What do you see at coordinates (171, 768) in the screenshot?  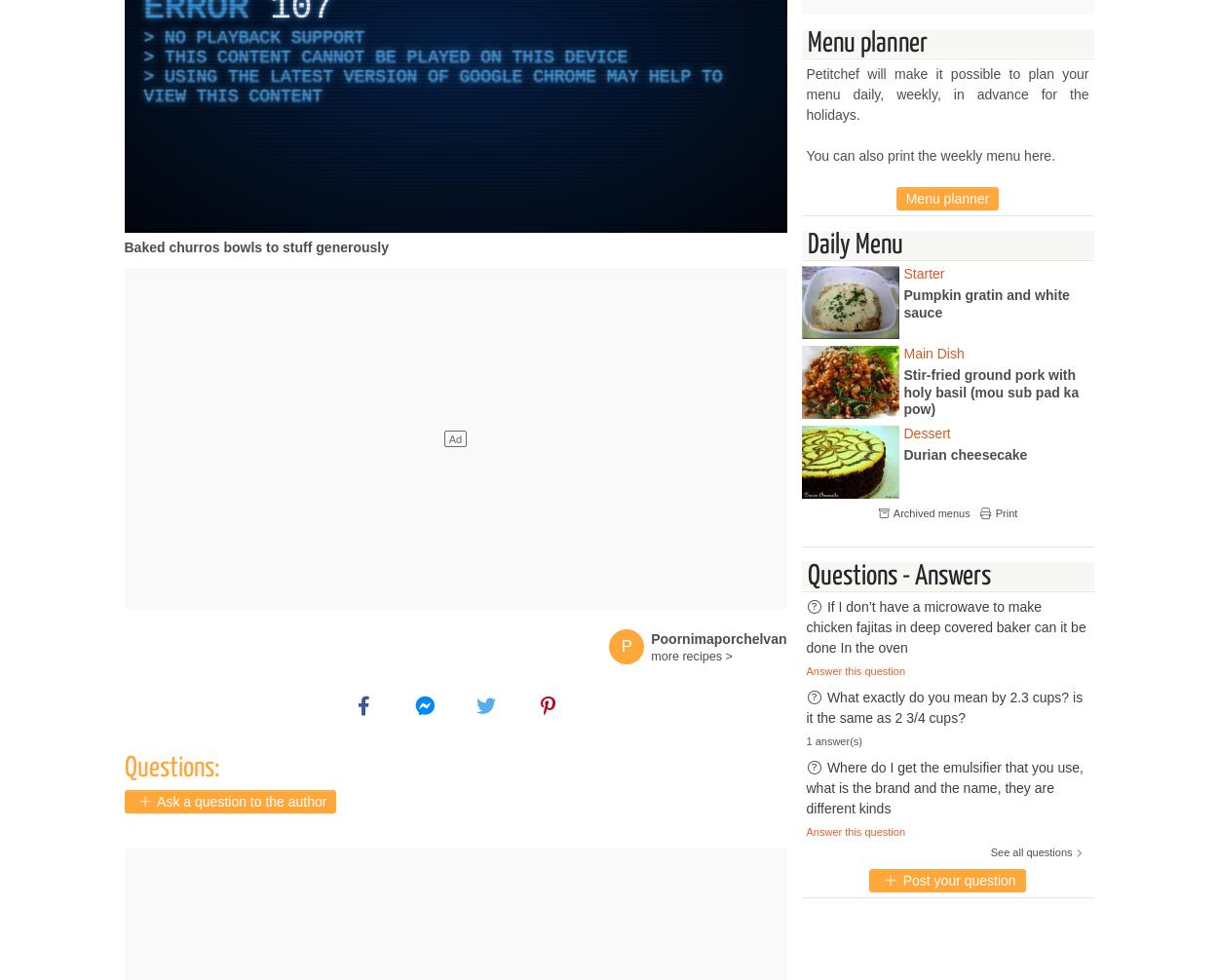 I see `'Questions:'` at bounding box center [171, 768].